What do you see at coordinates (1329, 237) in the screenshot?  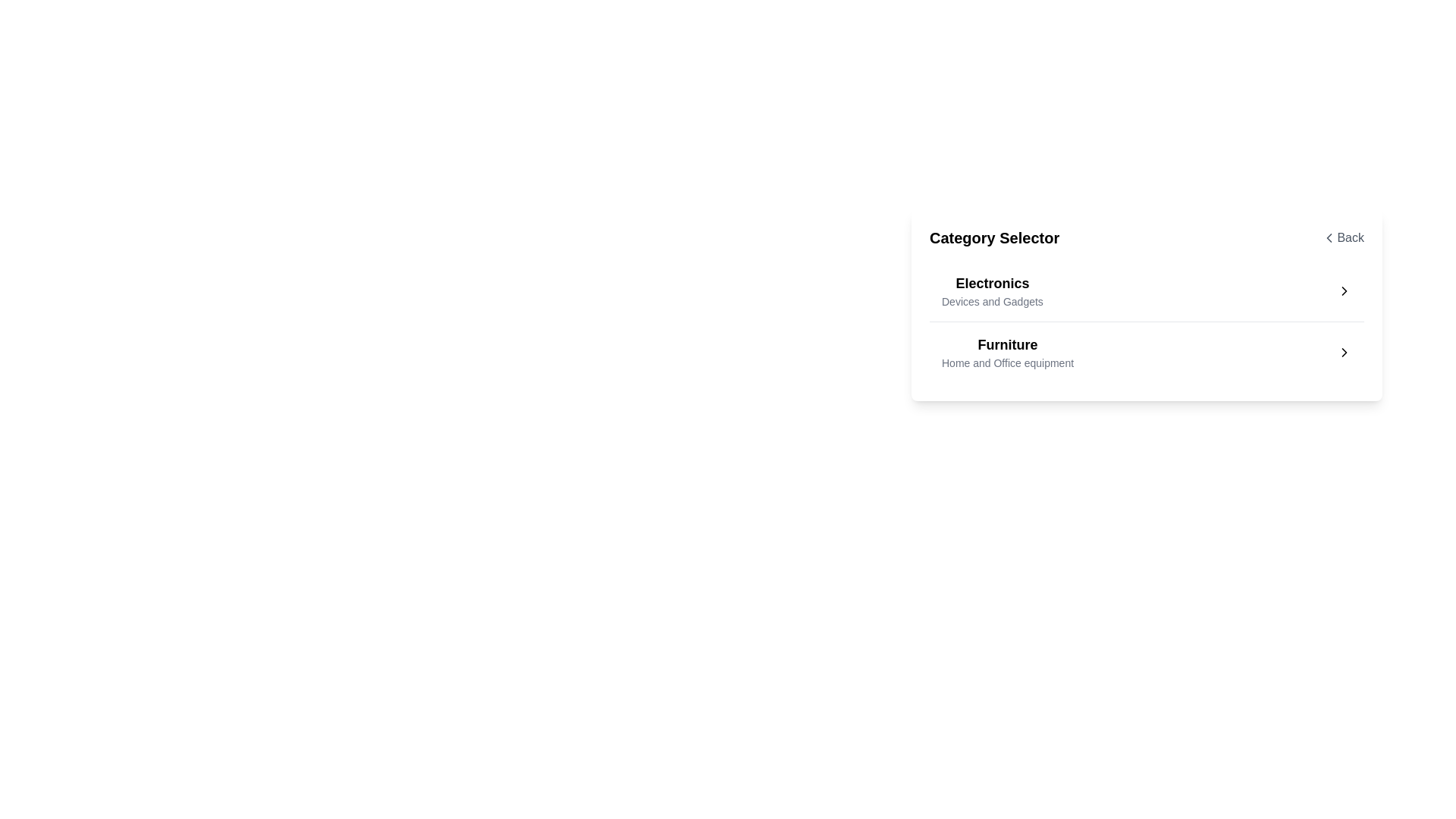 I see `the left-facing chevron symbol, which is part of an icon associated with a 'Back' label, located near the top-right corner of the interface` at bounding box center [1329, 237].